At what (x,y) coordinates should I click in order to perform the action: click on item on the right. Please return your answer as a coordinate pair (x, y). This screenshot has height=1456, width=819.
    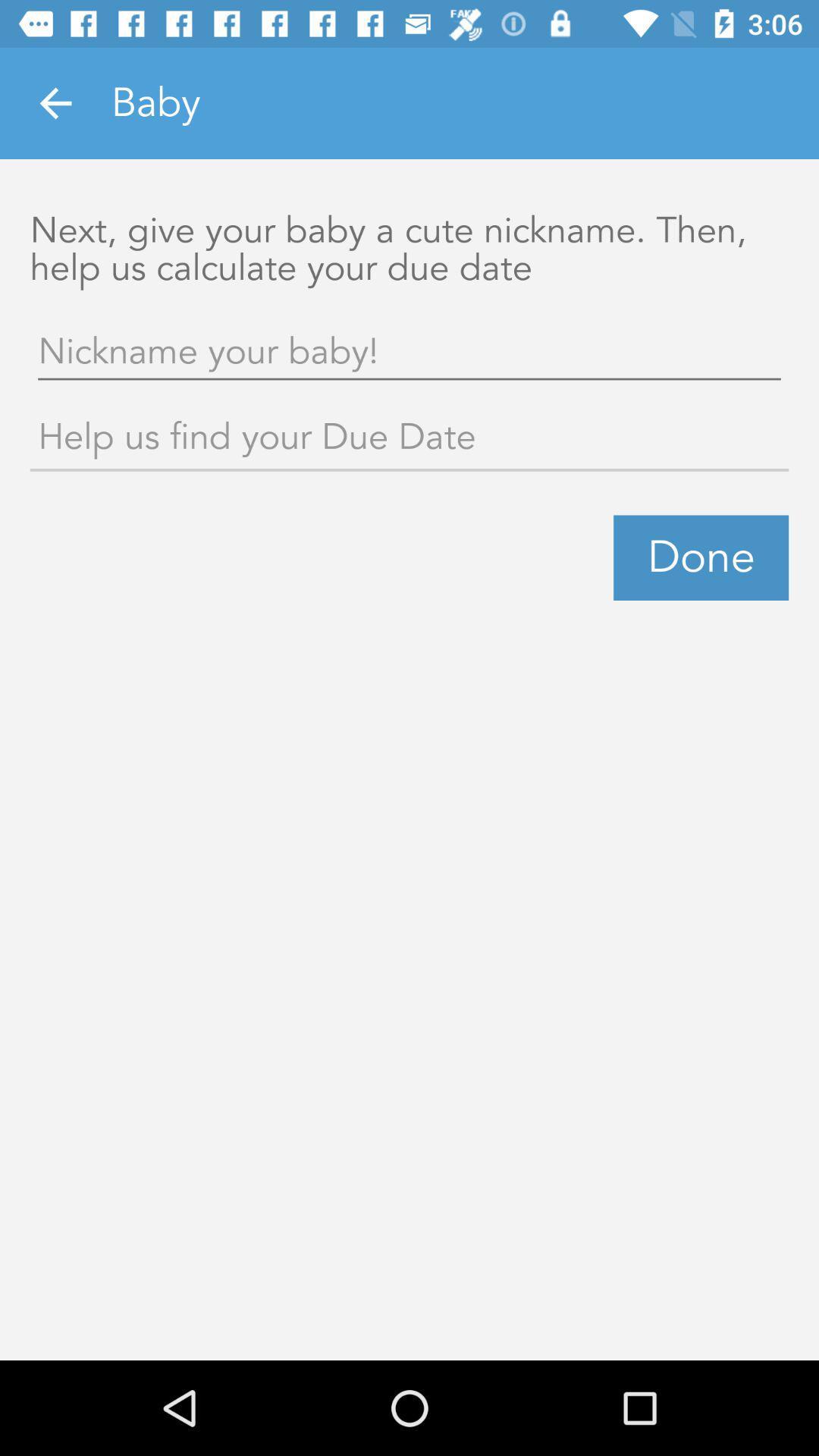
    Looking at the image, I should click on (701, 557).